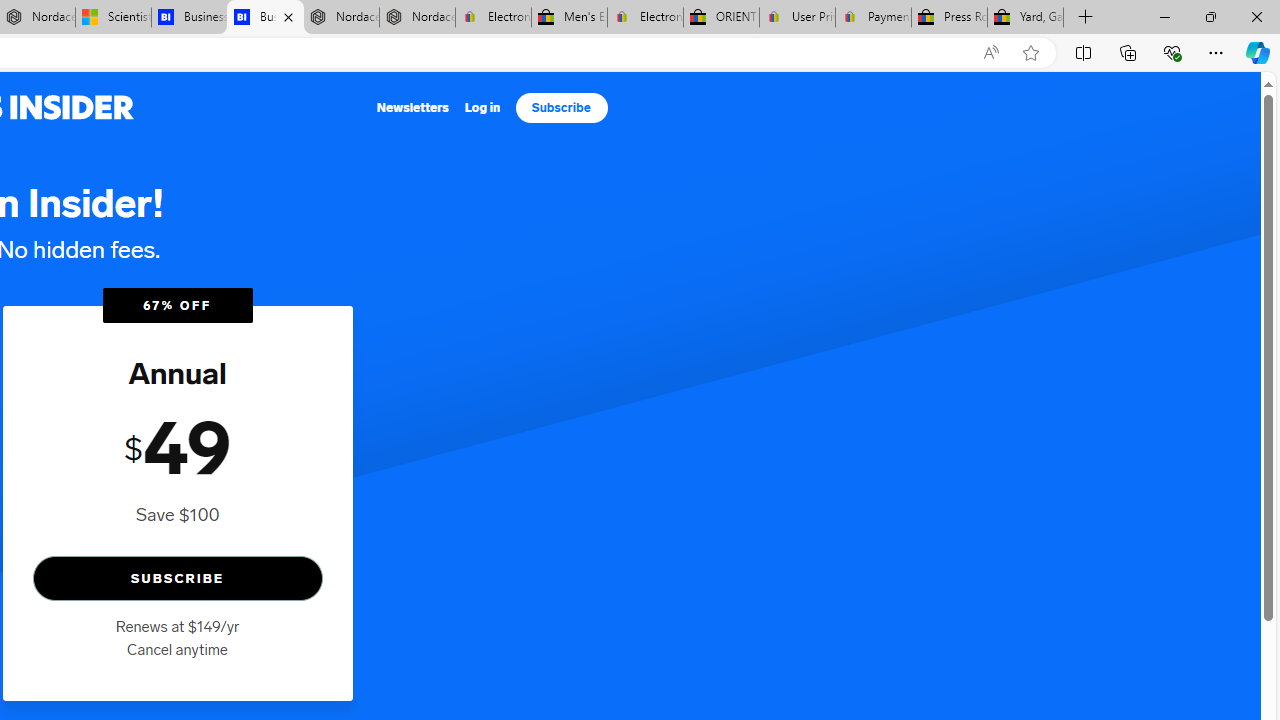 The image size is (1280, 720). What do you see at coordinates (1025, 17) in the screenshot?
I see `'Yard, Garden & Outdoor Living'` at bounding box center [1025, 17].